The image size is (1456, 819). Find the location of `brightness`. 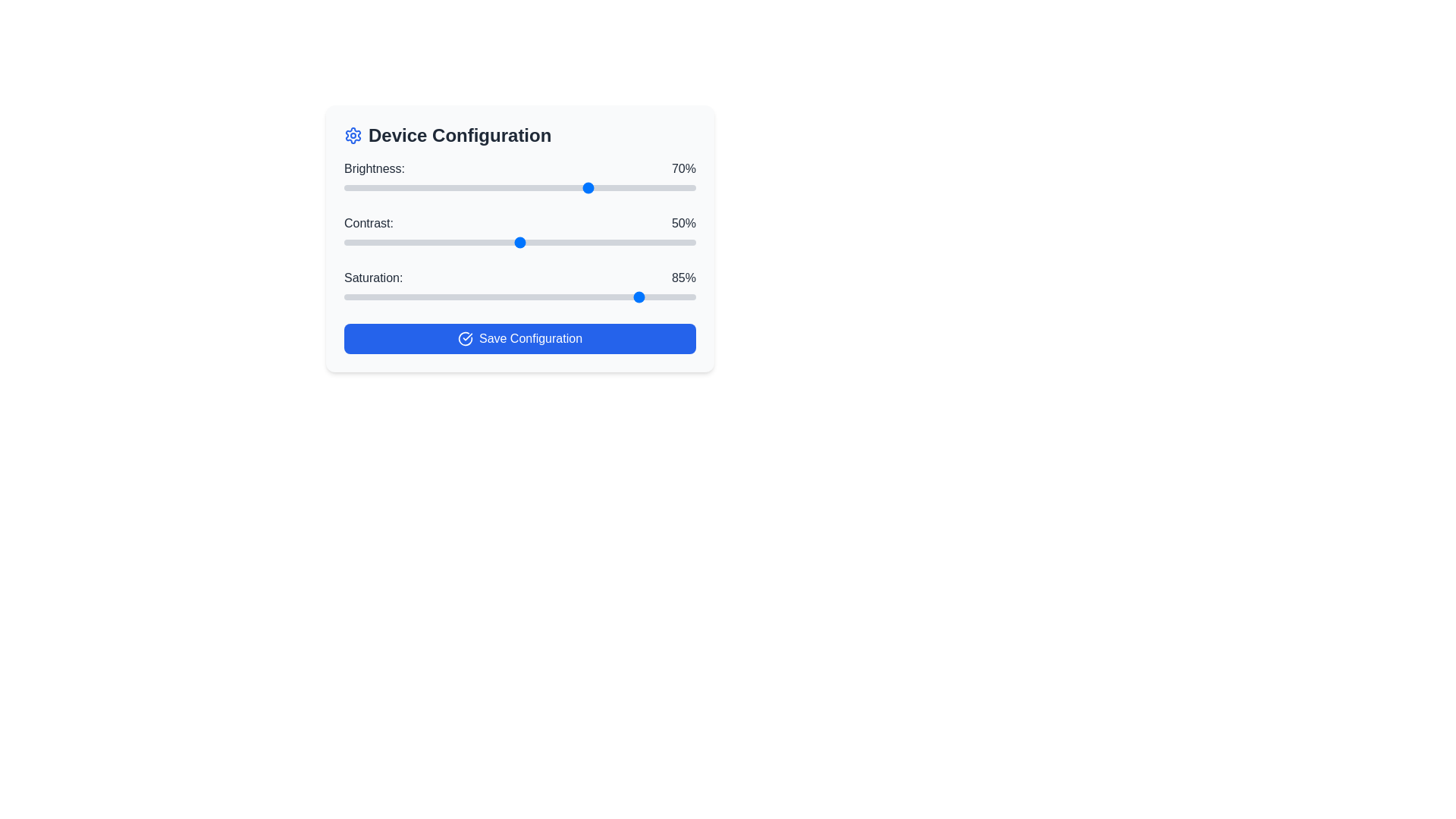

brightness is located at coordinates (685, 187).